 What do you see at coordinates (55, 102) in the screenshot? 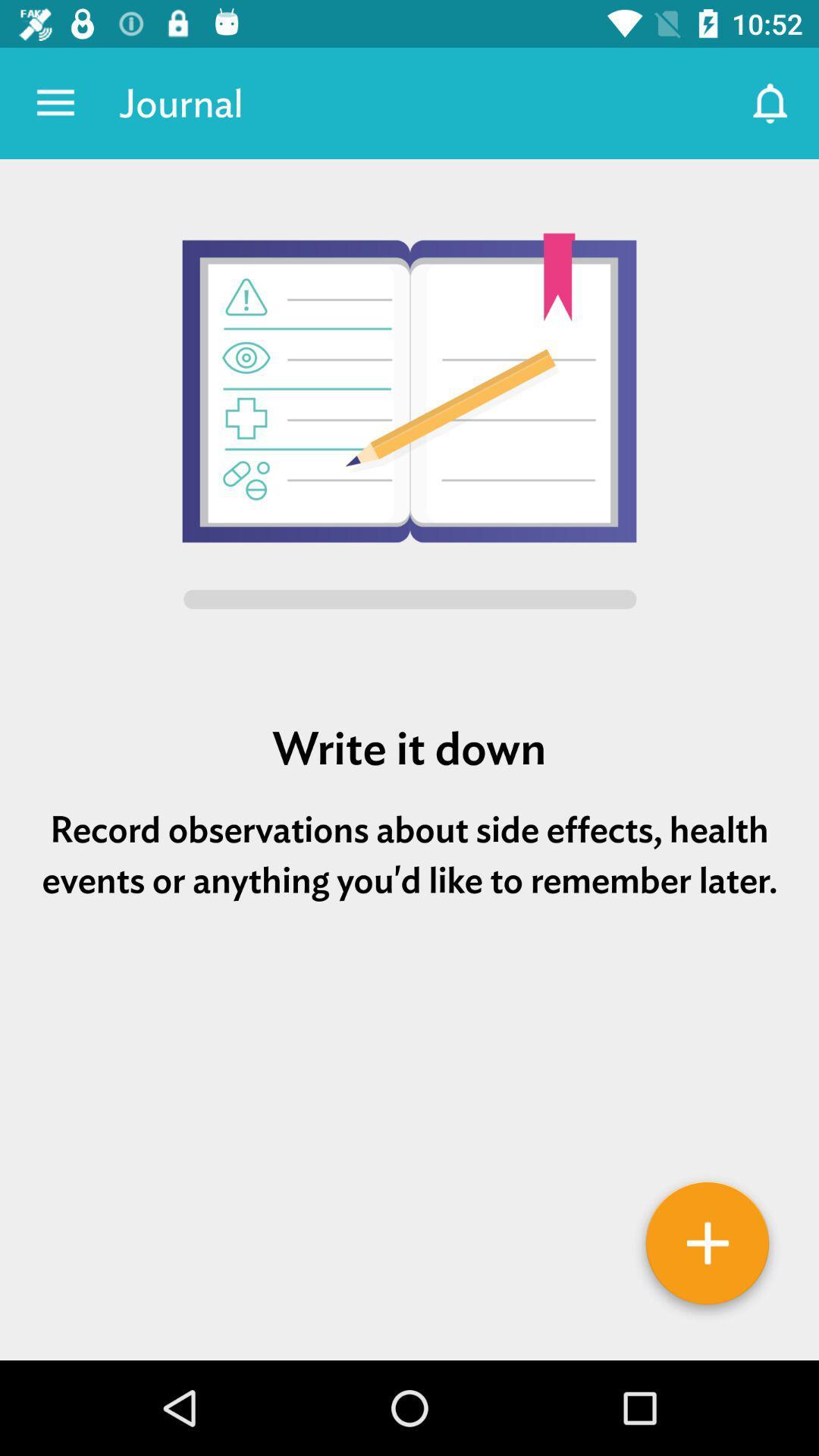
I see `icon next to journal` at bounding box center [55, 102].